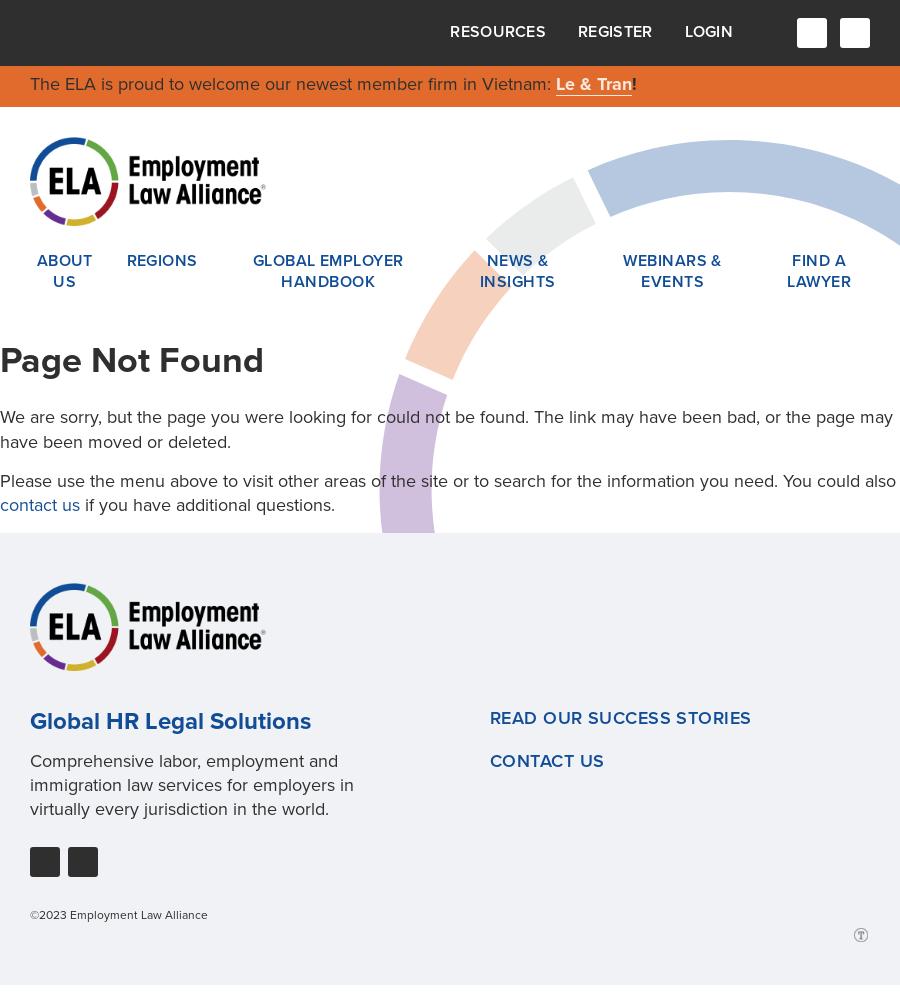  What do you see at coordinates (446, 429) in the screenshot?
I see `'We are sorry, but the page you were looking for could not be found. The link may have been bad, or the page may have been moved or deleted.'` at bounding box center [446, 429].